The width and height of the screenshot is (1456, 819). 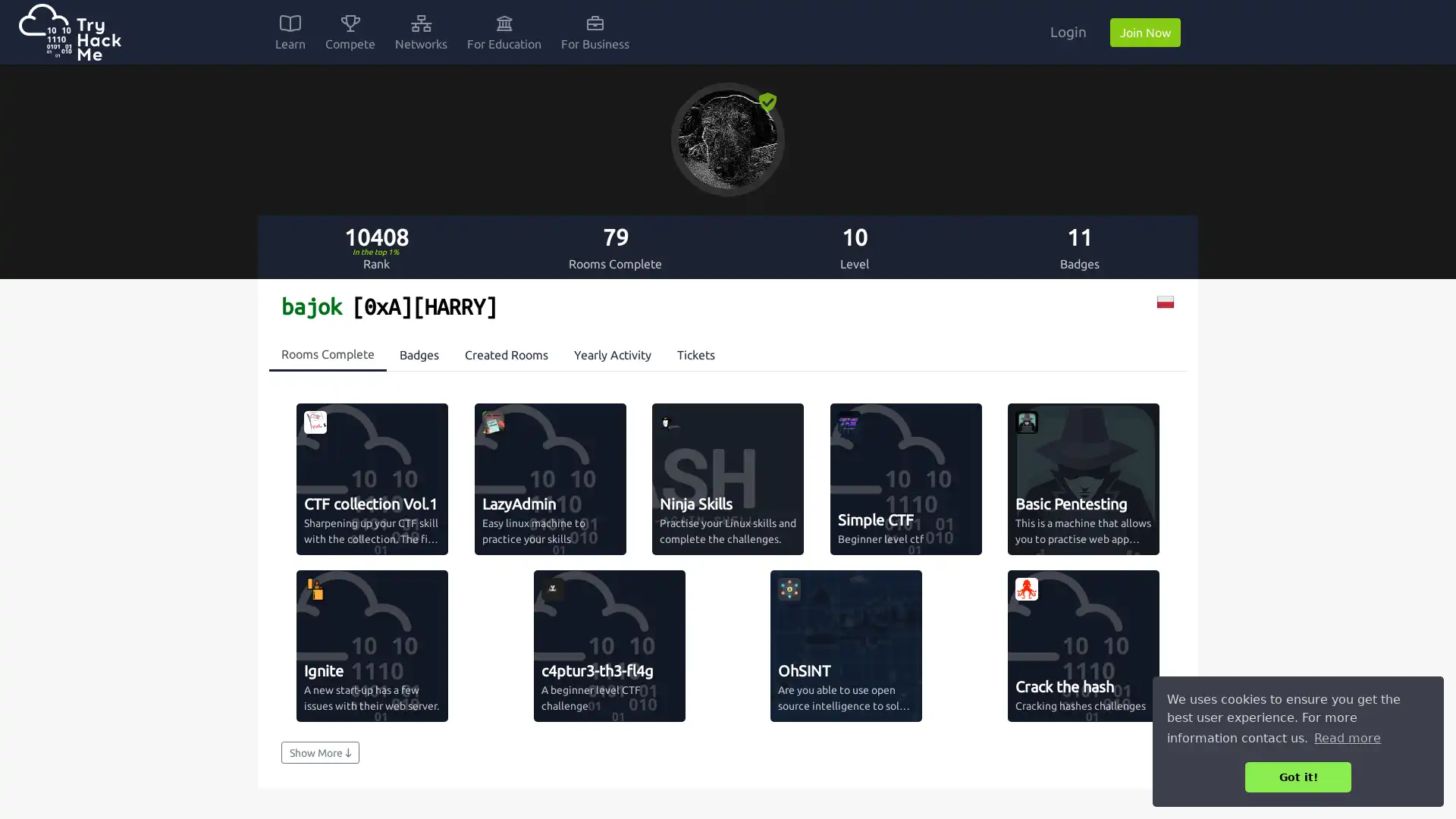 What do you see at coordinates (1347, 737) in the screenshot?
I see `learn more about cookies` at bounding box center [1347, 737].